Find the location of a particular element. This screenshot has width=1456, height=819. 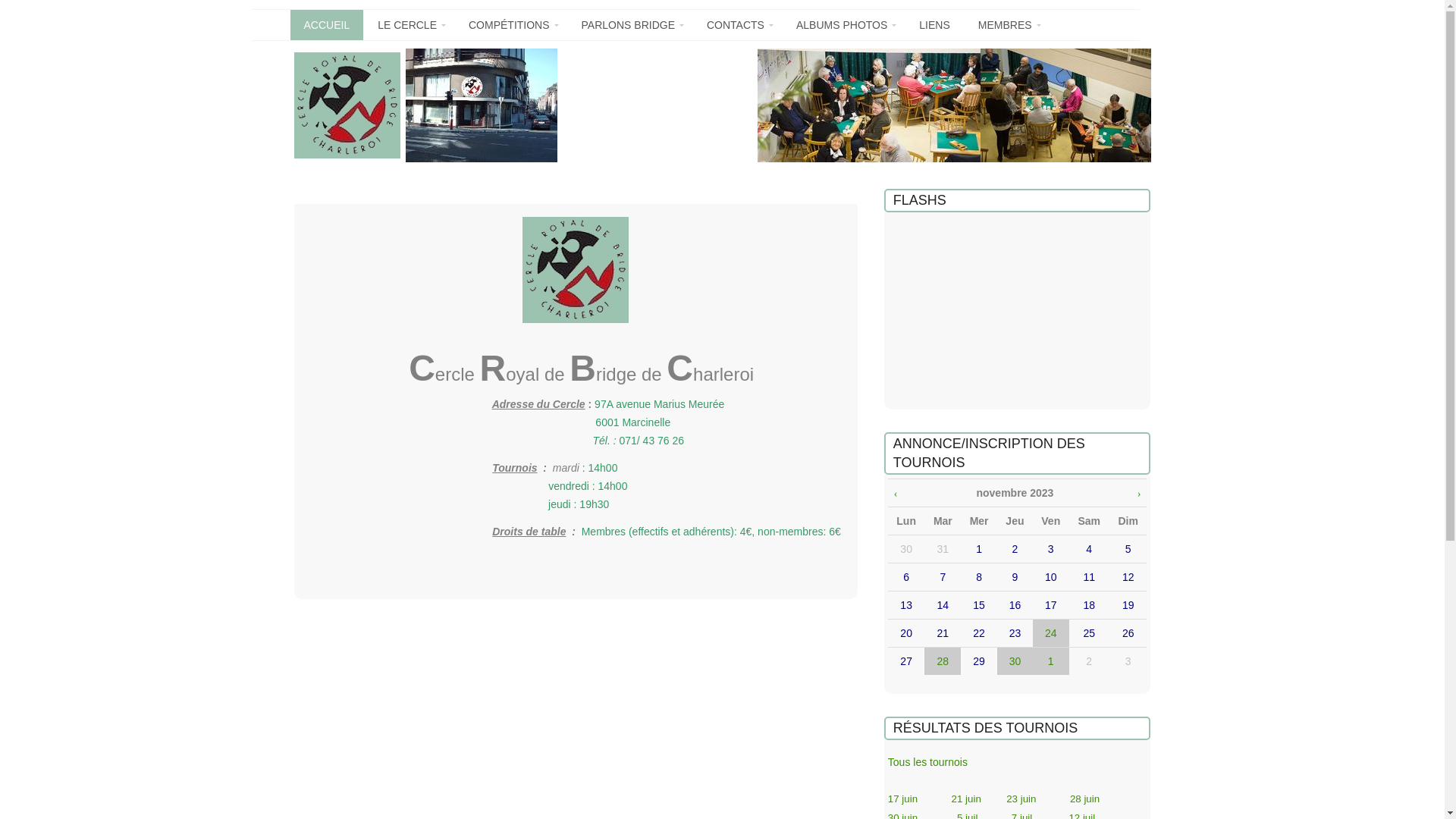

'LIENS' is located at coordinates (934, 25).